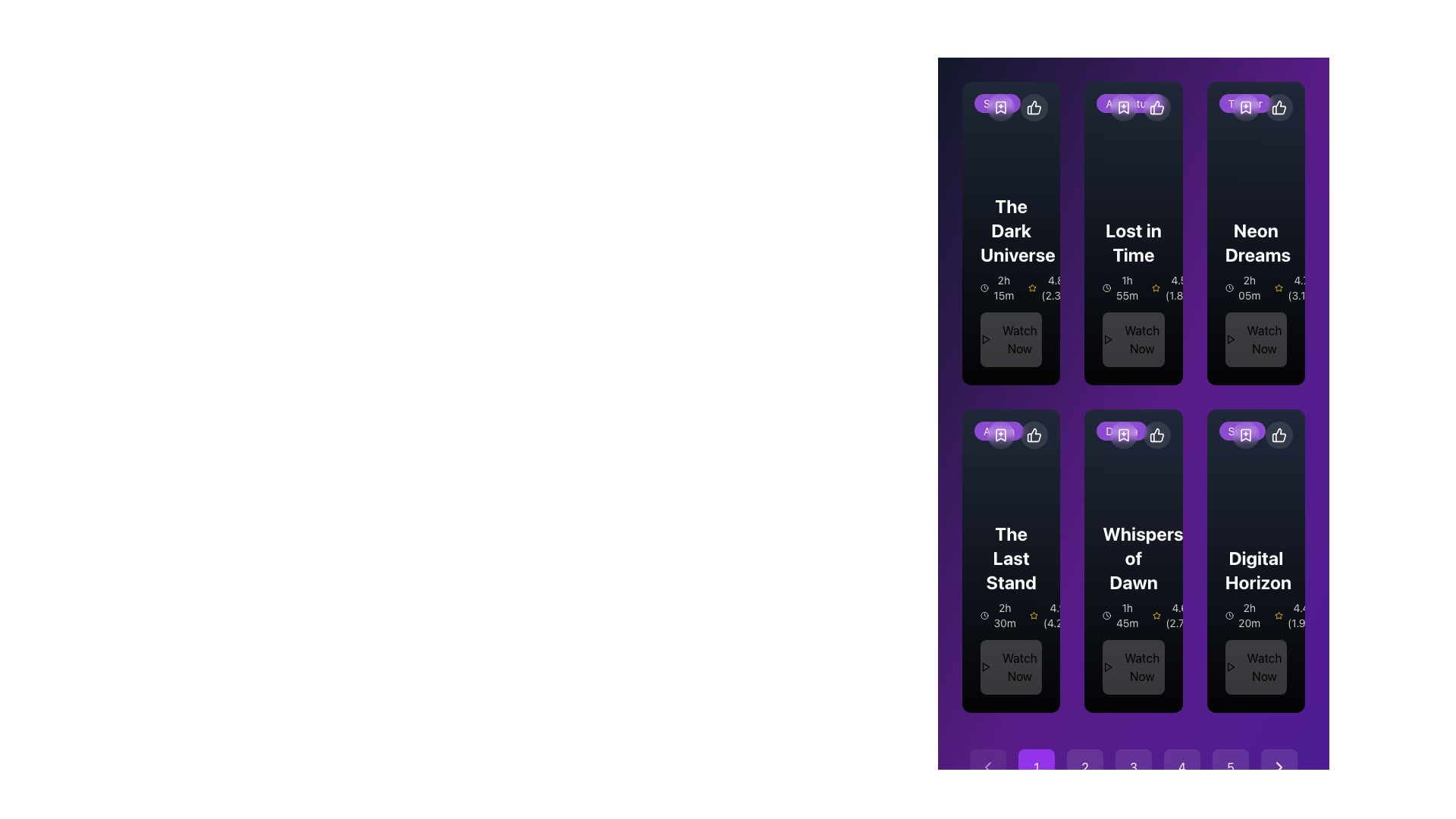 The height and width of the screenshot is (819, 1456). I want to click on the clickable card for a specific movie or show located in the sixth position of a 2x3 grid layout, so click(1256, 561).